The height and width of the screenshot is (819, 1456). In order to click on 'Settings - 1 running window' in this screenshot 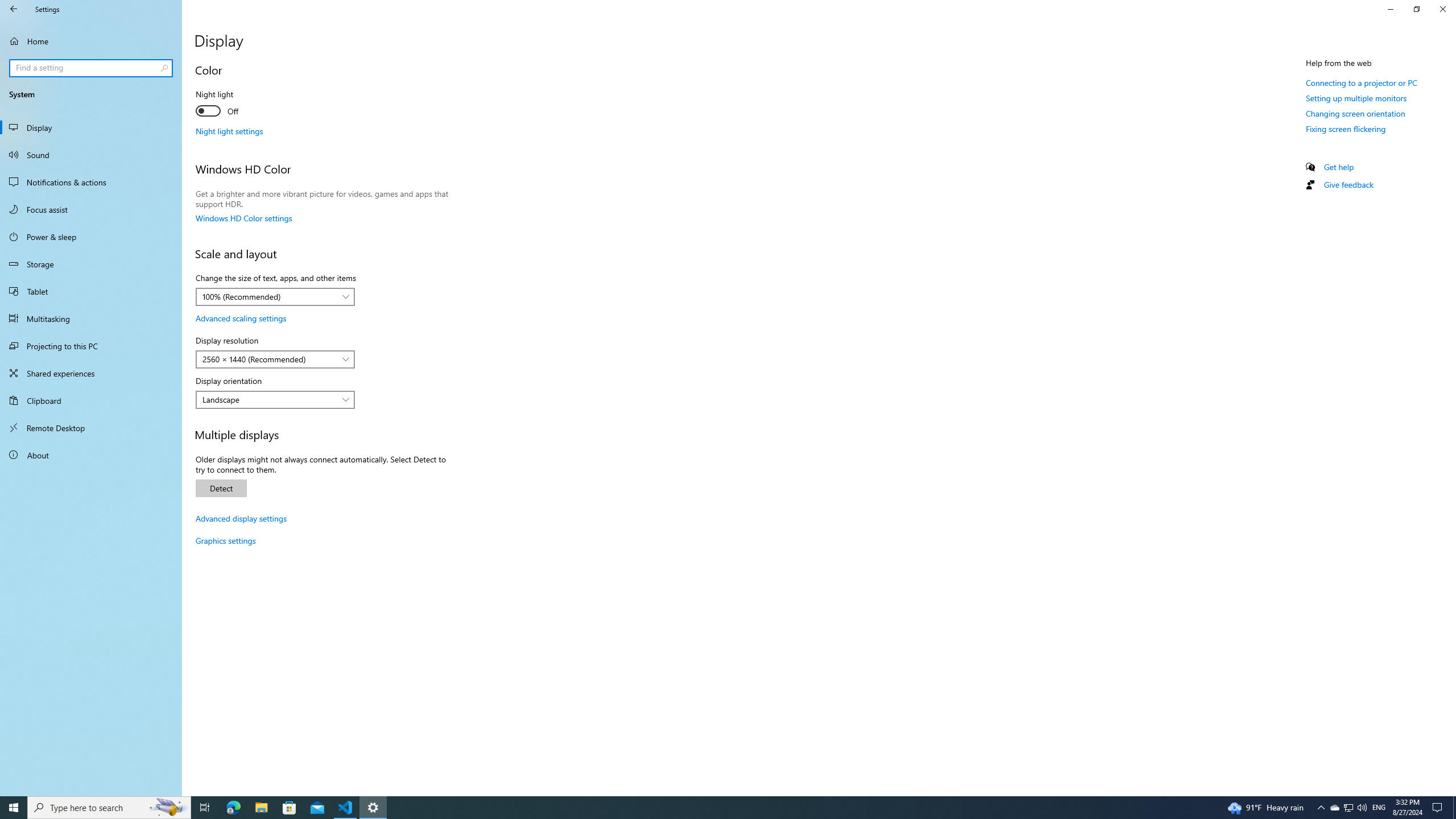, I will do `click(373, 806)`.